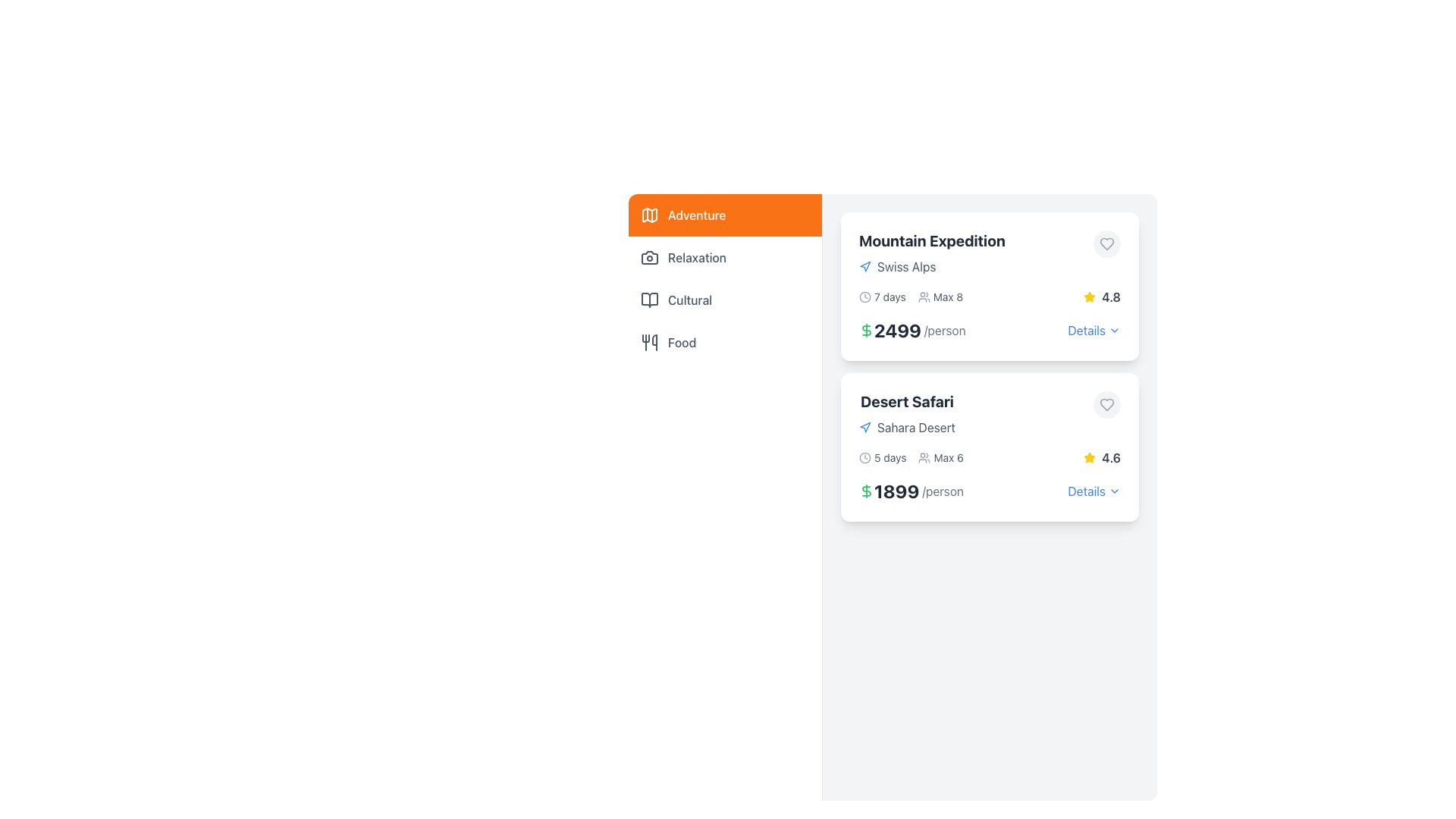  I want to click on the 'Food' text label in the vertical navigation menu, which is styled with a medium font weight and is adjacent to an icon resembling utensils, so click(681, 342).